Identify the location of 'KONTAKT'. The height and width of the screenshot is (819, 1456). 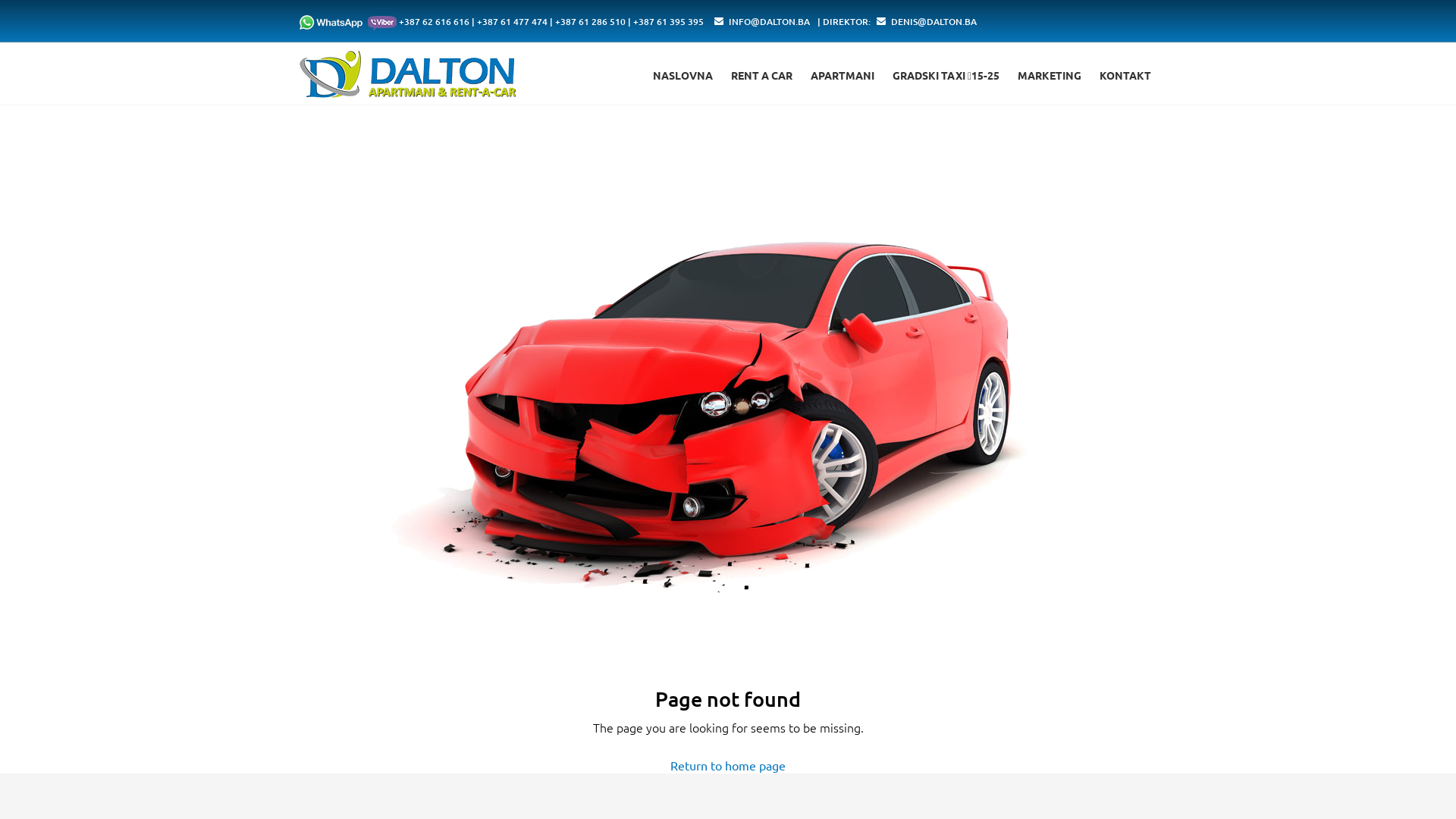
(1125, 75).